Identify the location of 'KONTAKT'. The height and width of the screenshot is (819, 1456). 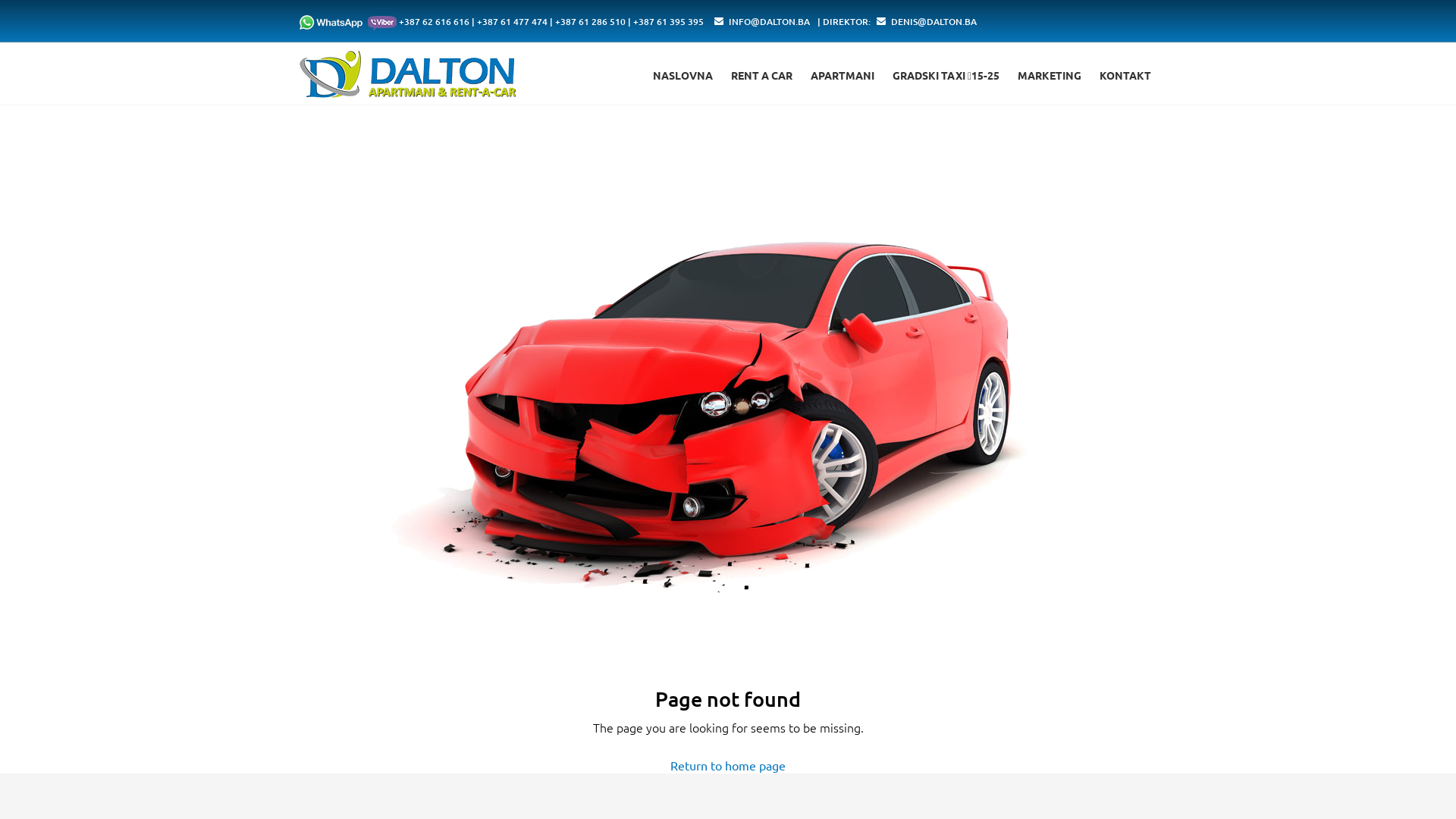
(1125, 75).